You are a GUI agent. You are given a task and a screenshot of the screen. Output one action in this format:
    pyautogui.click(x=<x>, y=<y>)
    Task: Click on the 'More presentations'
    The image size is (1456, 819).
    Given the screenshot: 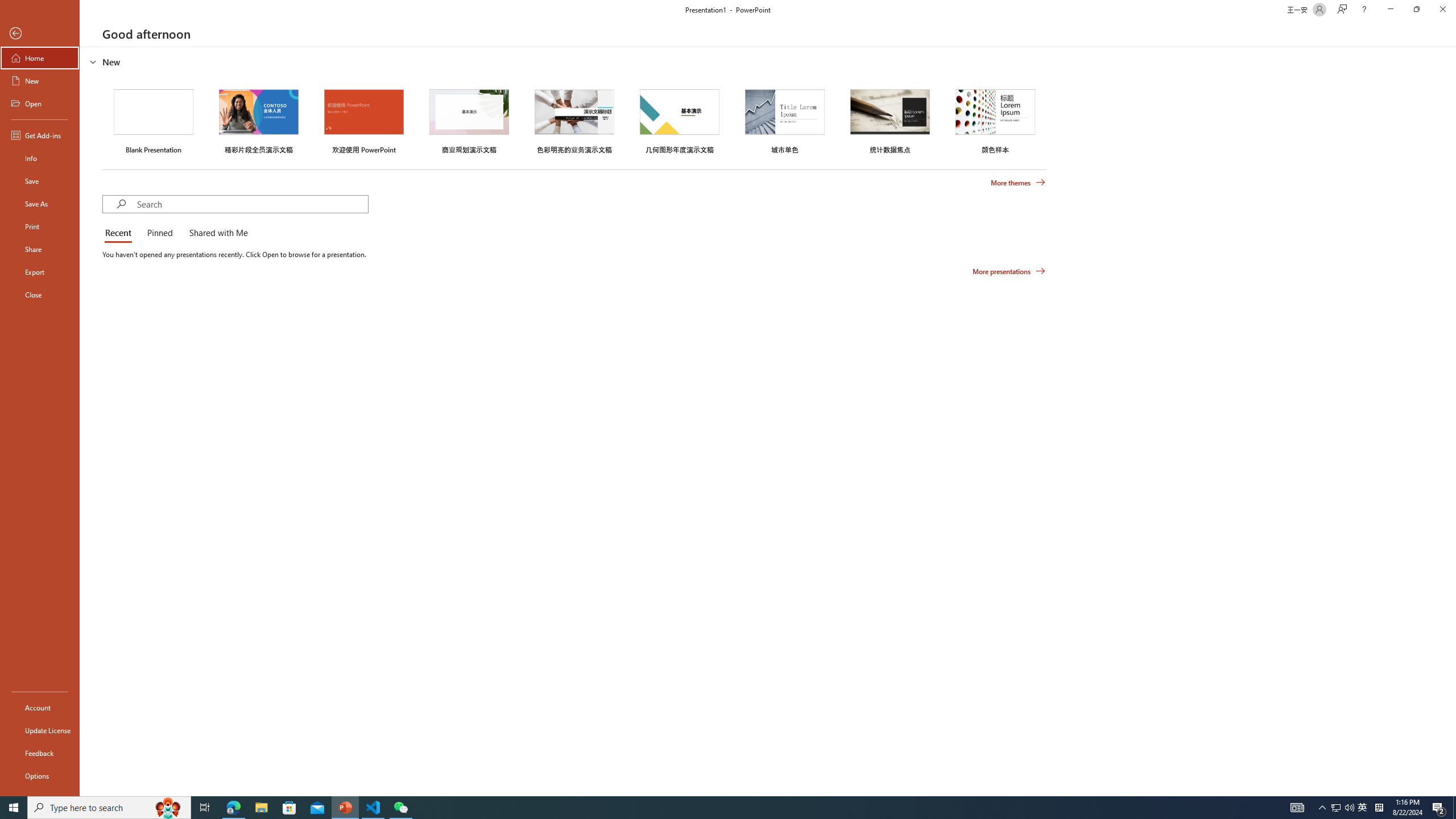 What is the action you would take?
    pyautogui.click(x=1008, y=270)
    